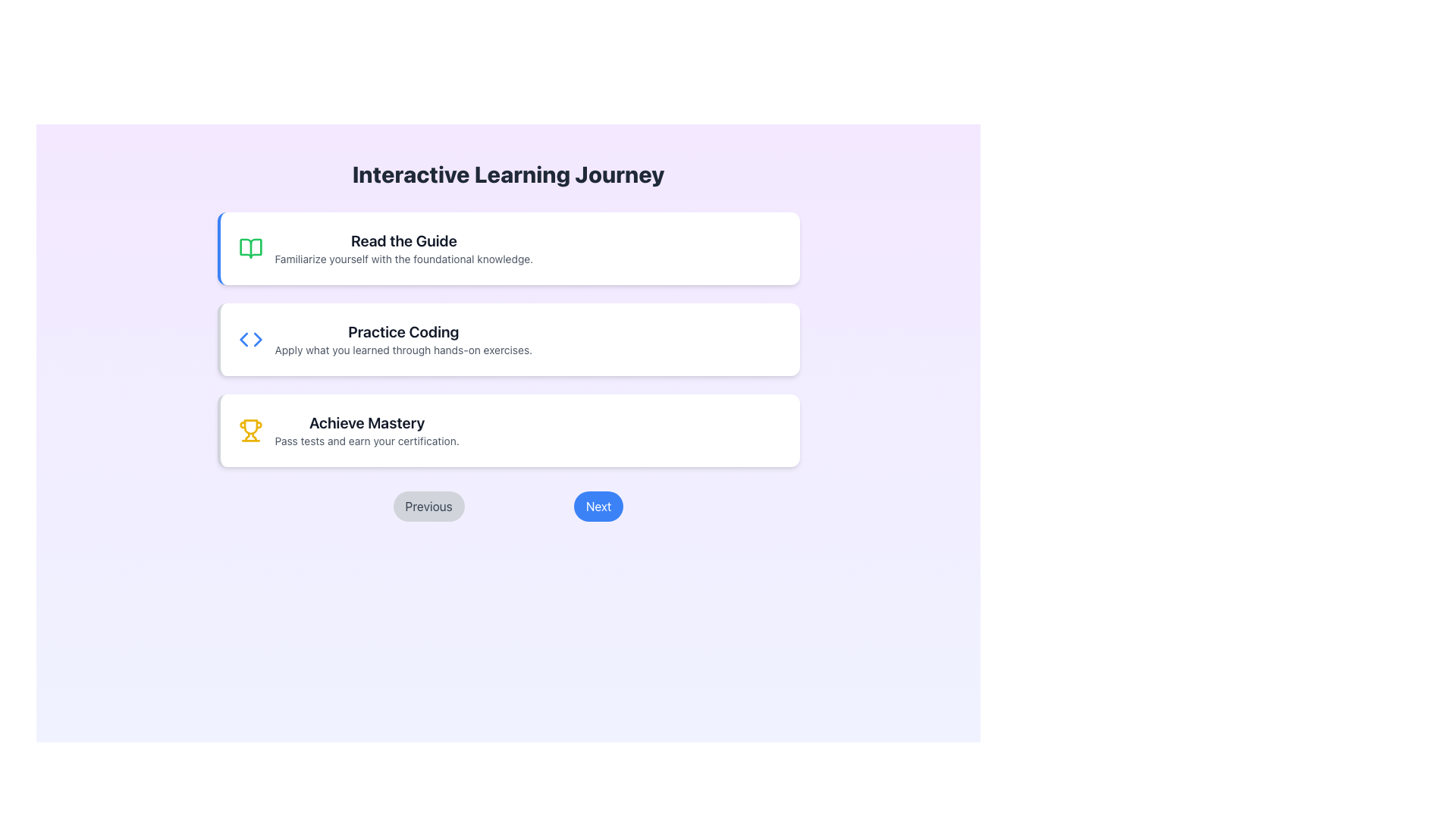 The height and width of the screenshot is (819, 1456). What do you see at coordinates (508, 174) in the screenshot?
I see `the text element reading 'Interactive Learning Journey', which is styled in a large, bold font and located at the top center of the interface` at bounding box center [508, 174].